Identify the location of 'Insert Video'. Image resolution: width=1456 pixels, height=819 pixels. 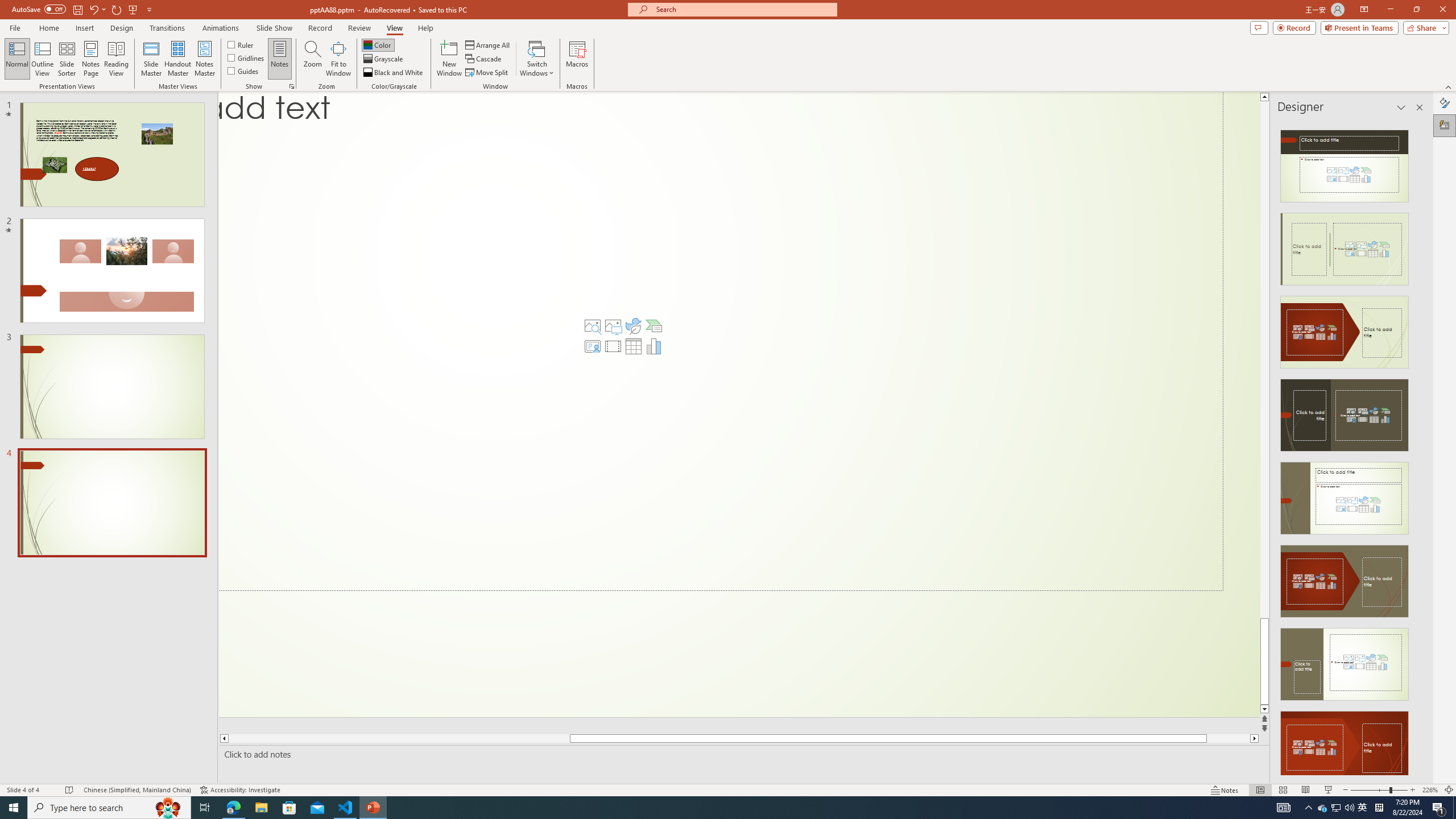
(612, 346).